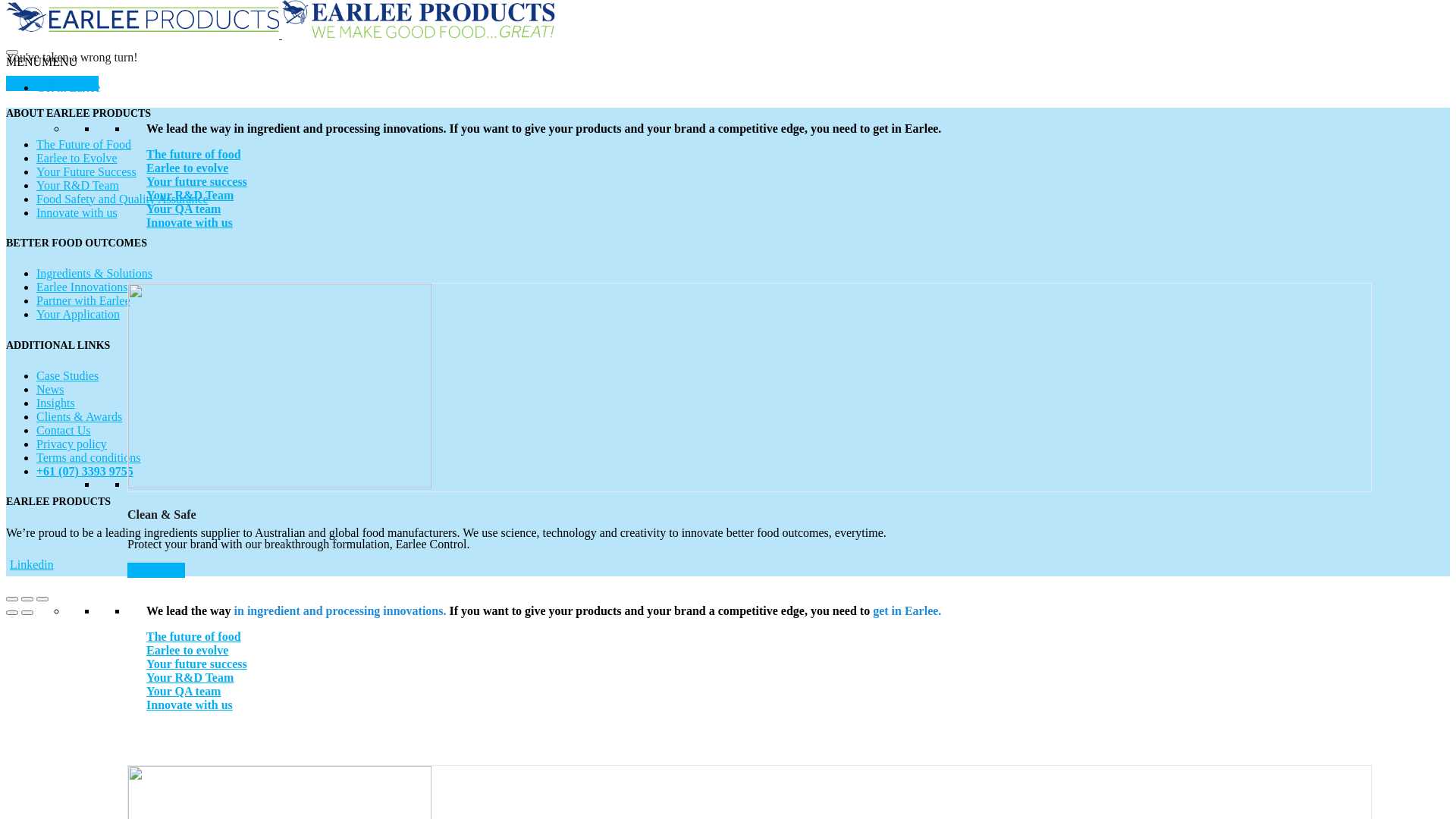 This screenshot has height=819, width=1456. What do you see at coordinates (87, 457) in the screenshot?
I see `'Terms and conditions'` at bounding box center [87, 457].